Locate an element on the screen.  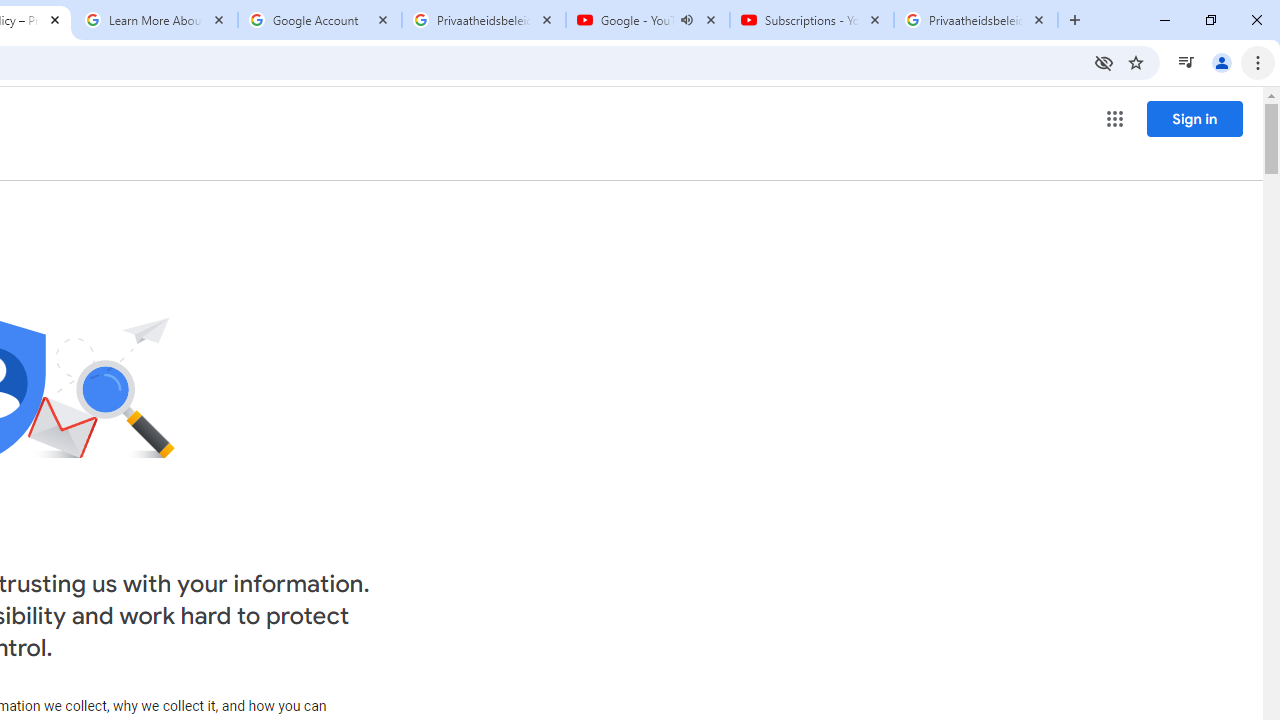
'Google Account' is located at coordinates (320, 20).